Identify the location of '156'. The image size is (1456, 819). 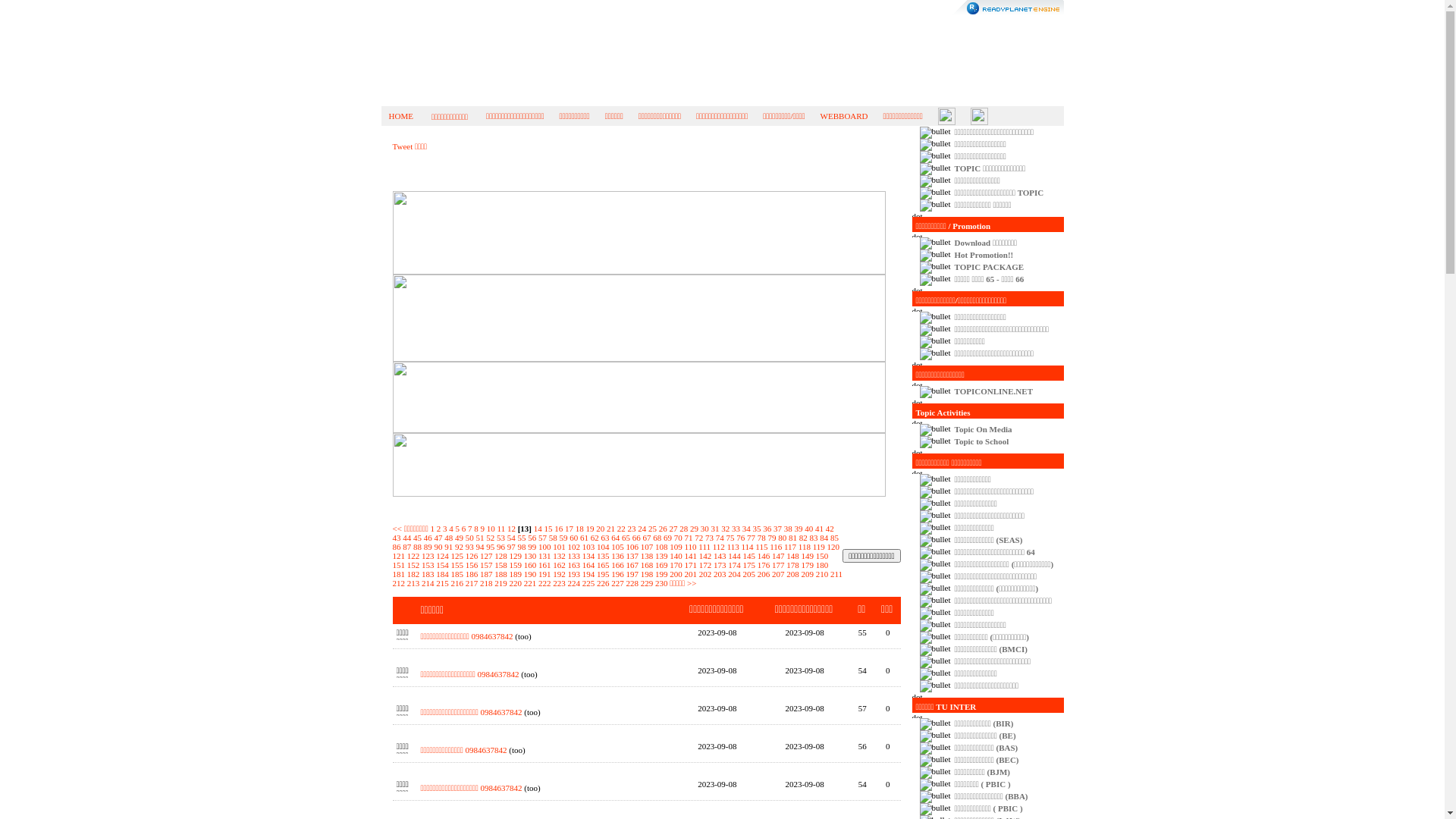
(471, 564).